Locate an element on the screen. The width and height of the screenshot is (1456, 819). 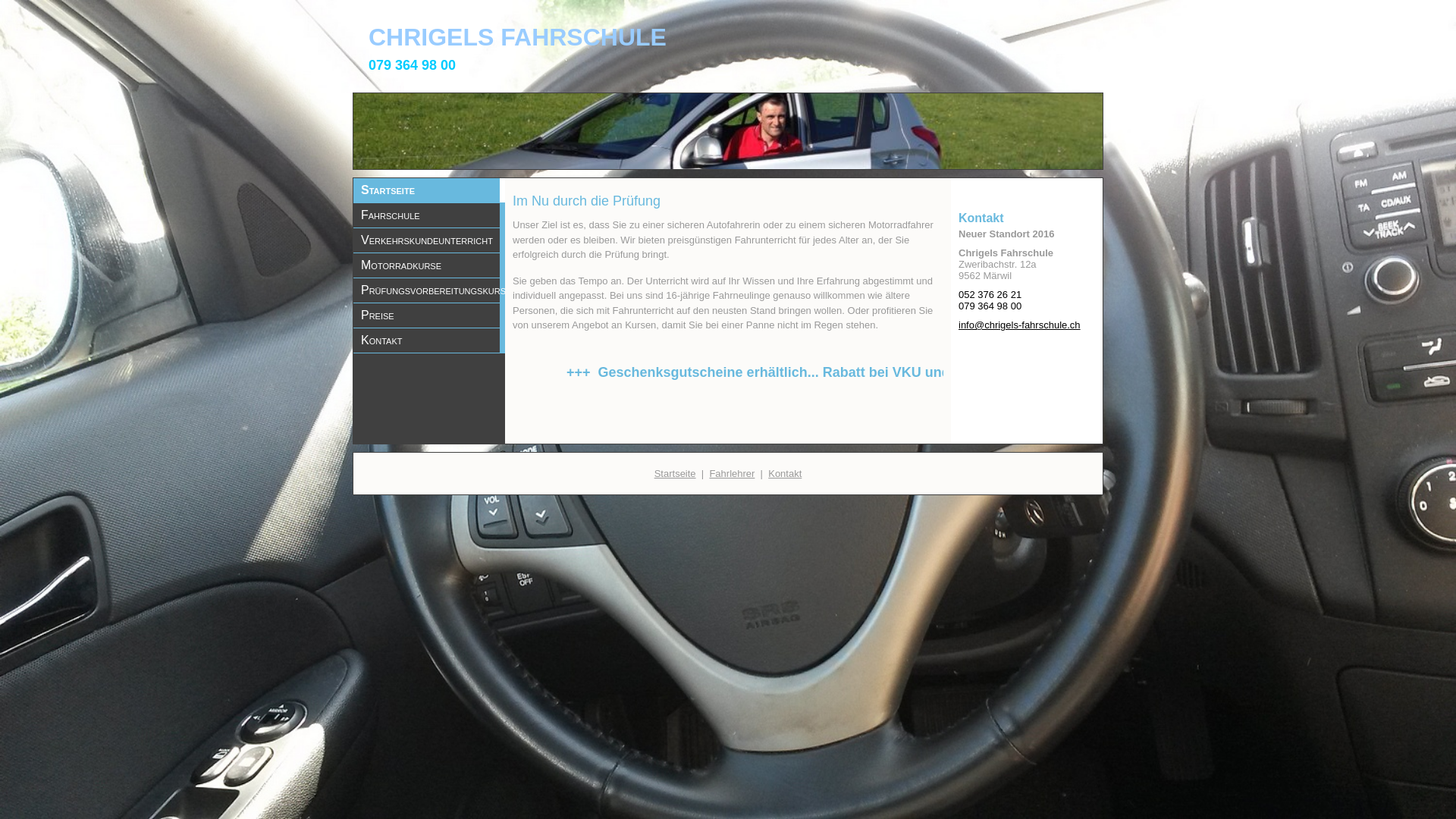
'Preise' is located at coordinates (428, 315).